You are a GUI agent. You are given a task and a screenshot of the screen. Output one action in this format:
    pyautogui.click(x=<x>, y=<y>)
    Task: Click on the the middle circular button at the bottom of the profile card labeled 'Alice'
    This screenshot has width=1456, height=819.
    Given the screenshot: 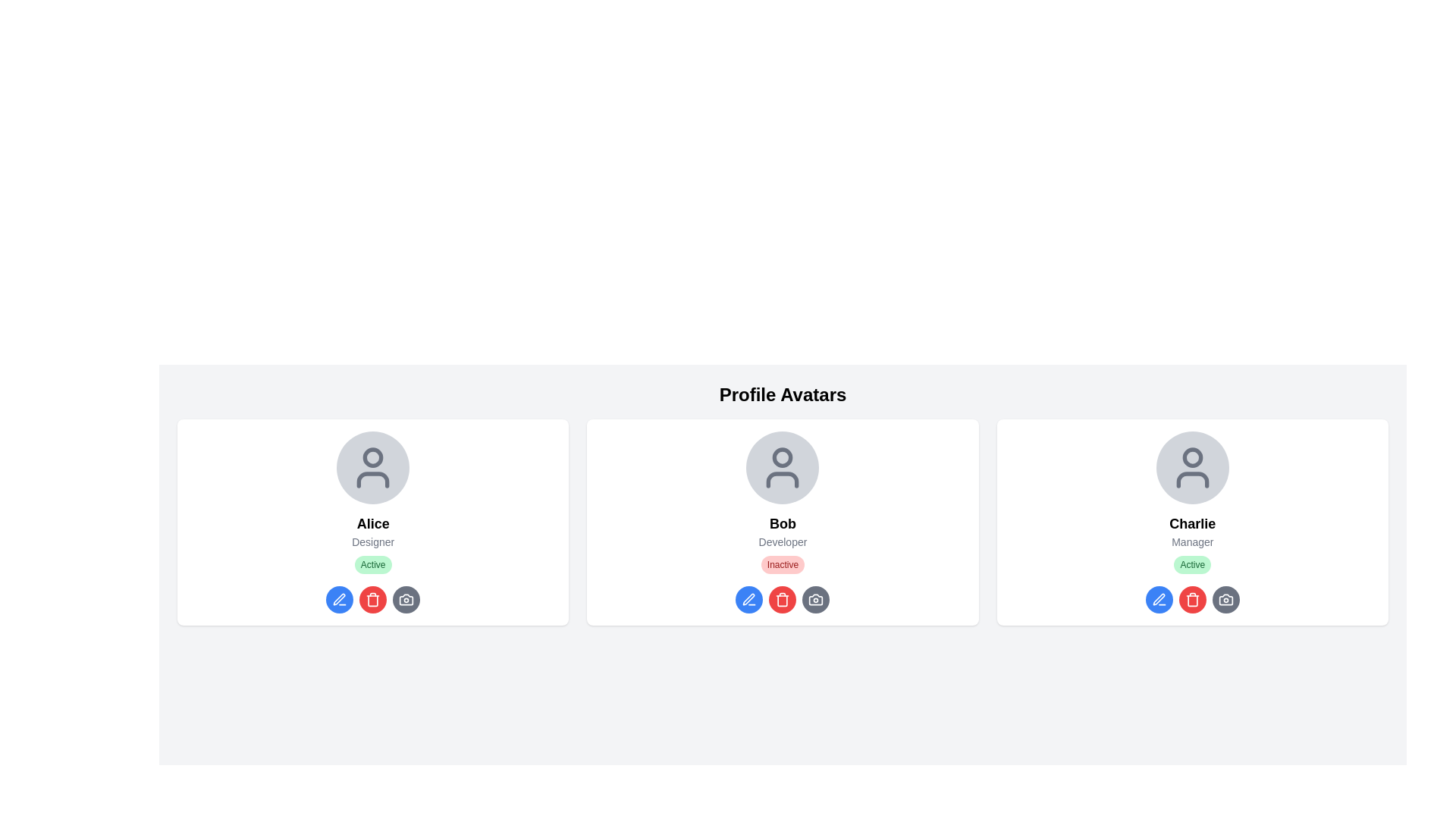 What is the action you would take?
    pyautogui.click(x=372, y=598)
    